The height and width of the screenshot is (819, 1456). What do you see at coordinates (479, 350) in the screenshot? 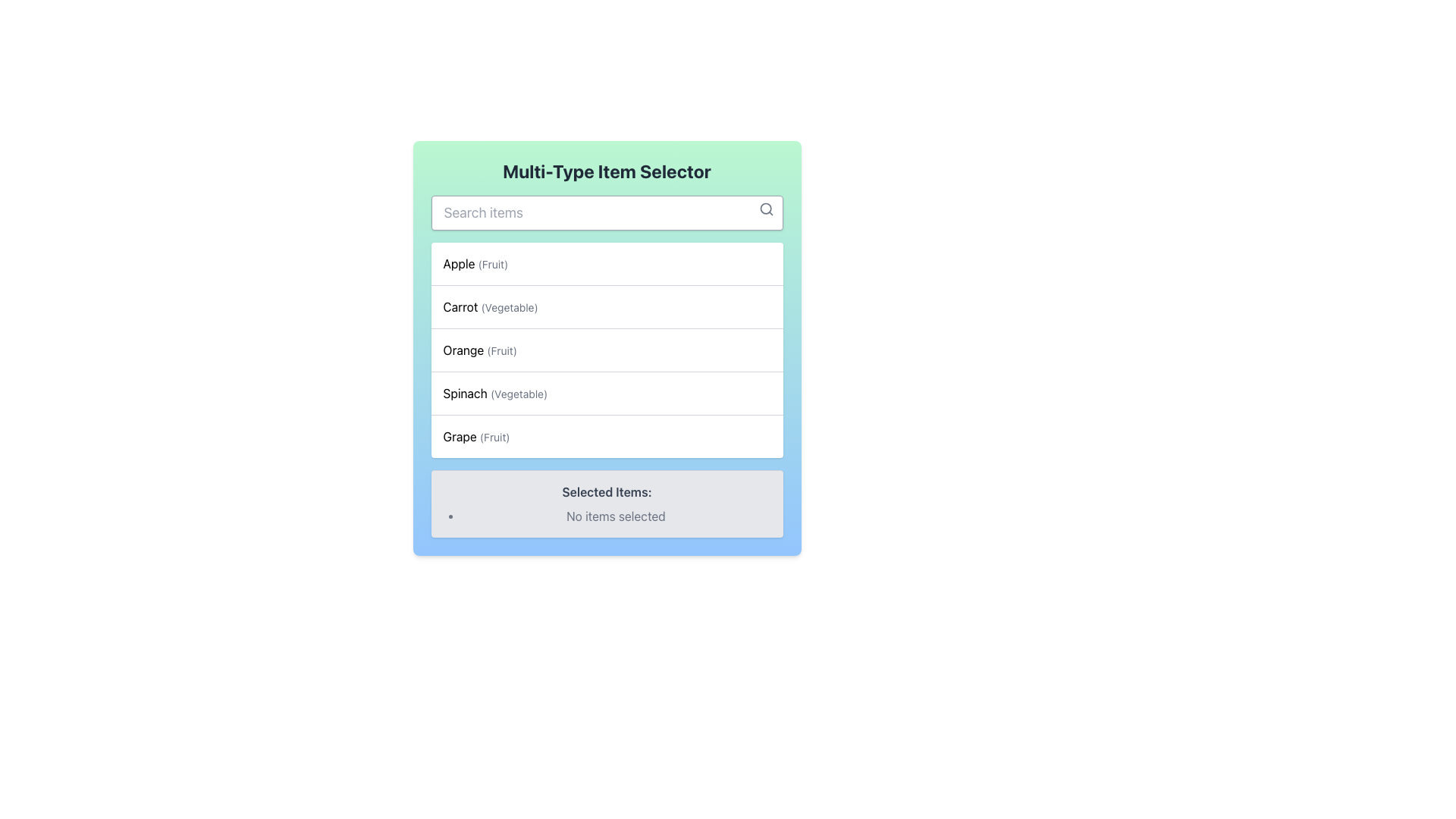
I see `the list item text displaying 'Orange (Fruit)' which is the third item in the vertically stacked list of selectable menu options` at bounding box center [479, 350].